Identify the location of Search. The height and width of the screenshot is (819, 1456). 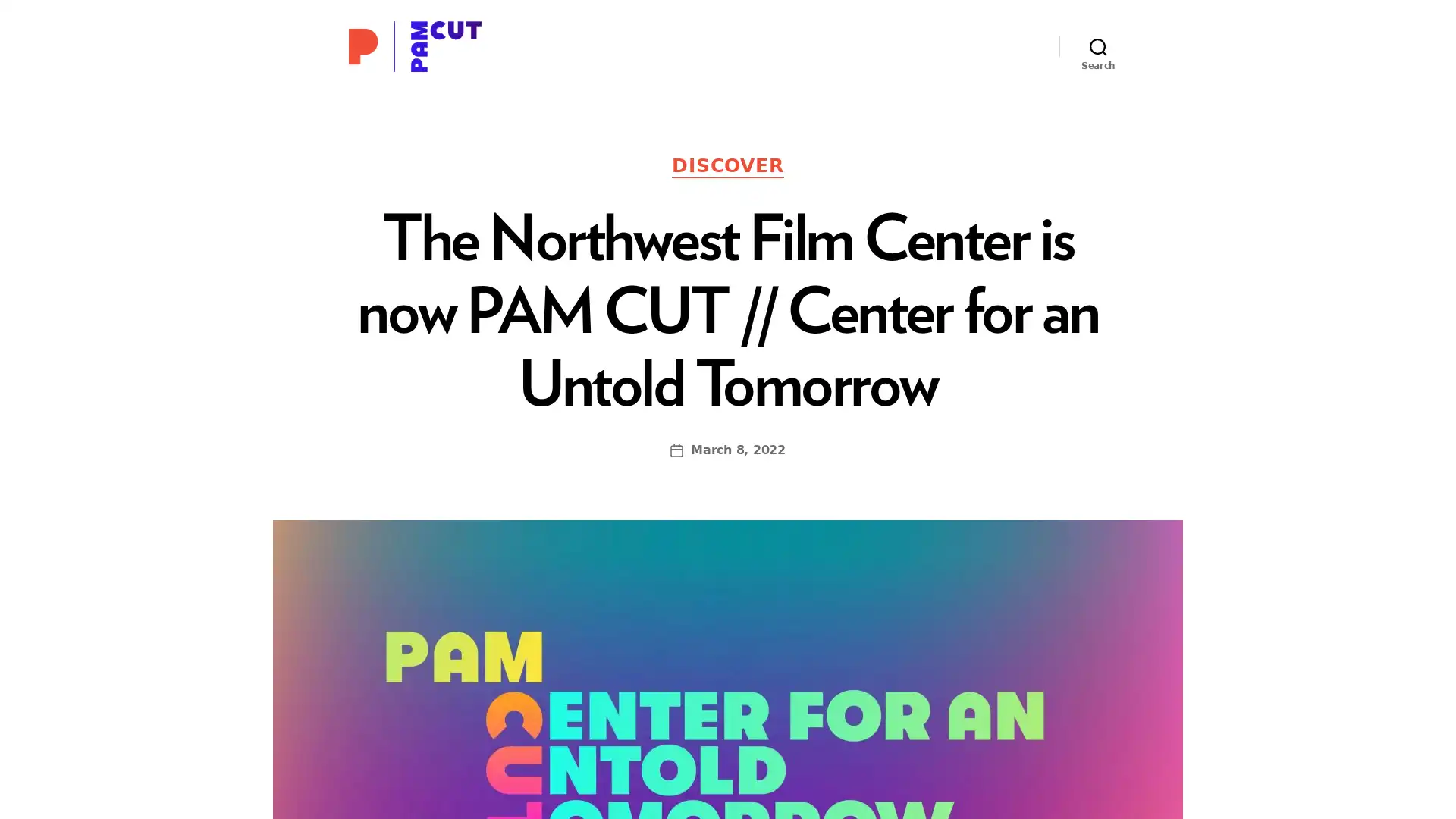
(1098, 55).